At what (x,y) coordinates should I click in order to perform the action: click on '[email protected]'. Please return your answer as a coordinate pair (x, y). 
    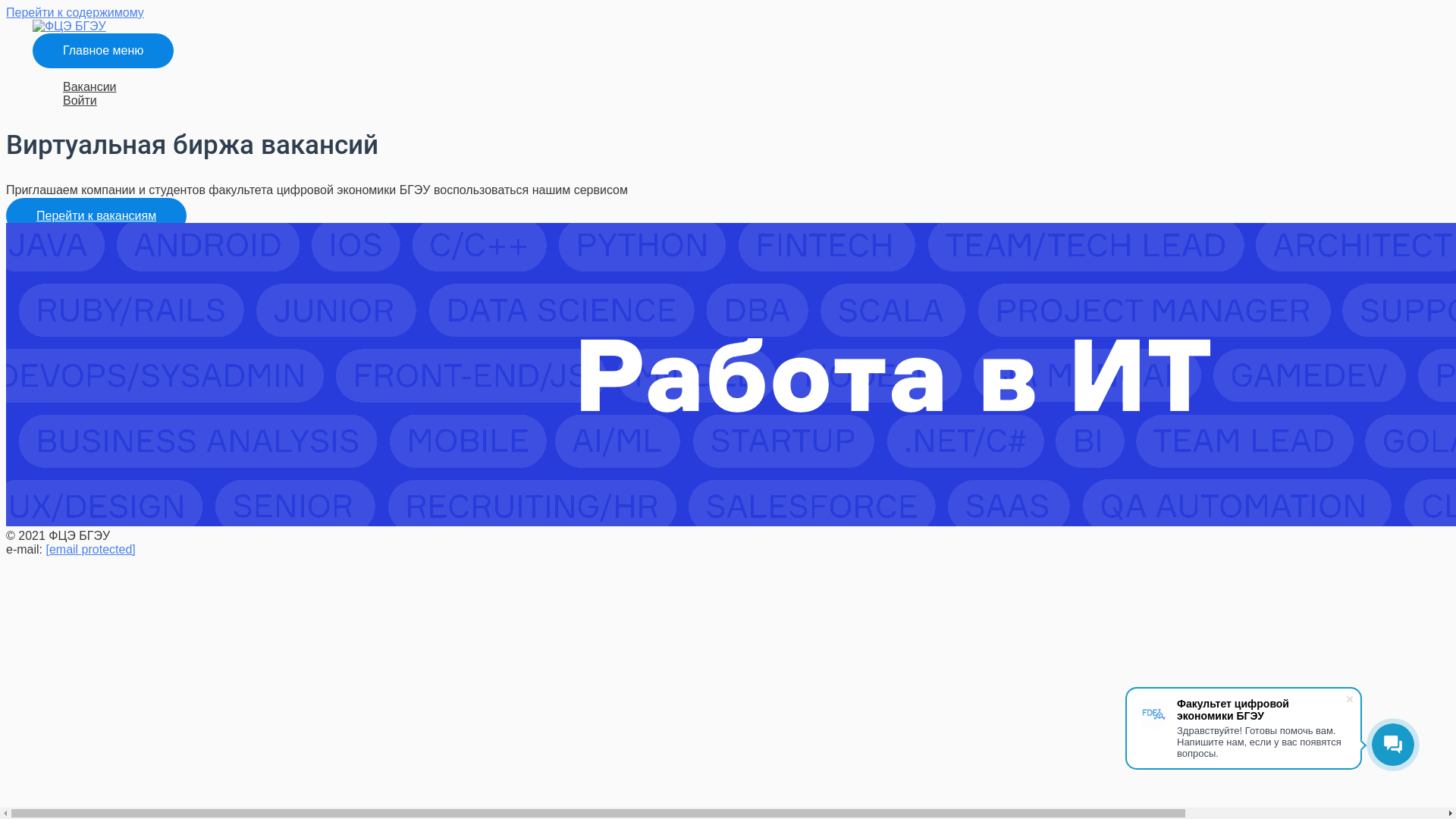
    Looking at the image, I should click on (89, 549).